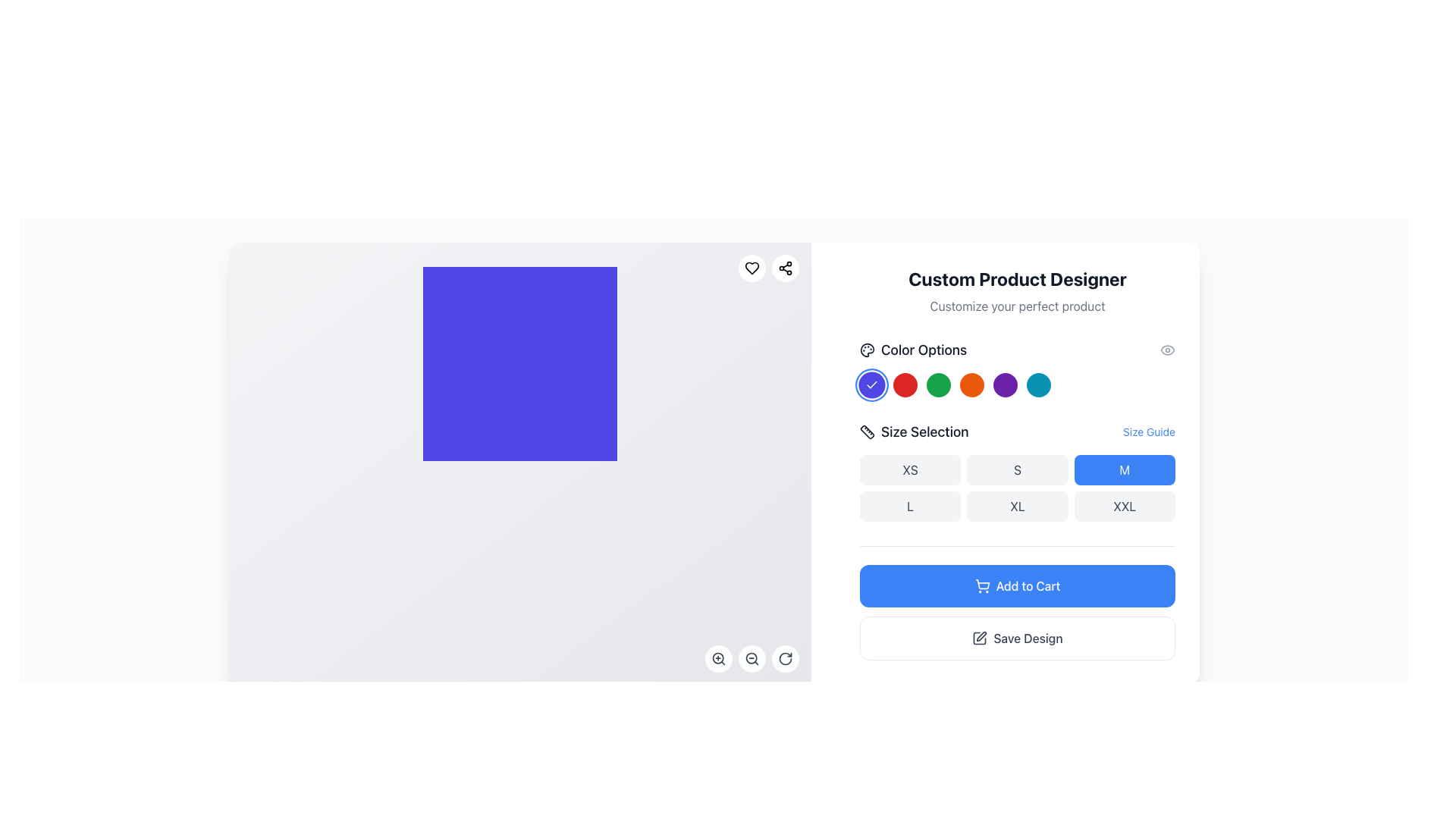  Describe the element at coordinates (1018, 601) in the screenshot. I see `the composite containing the 'Add to Cart' and 'Save Design' buttons` at that location.